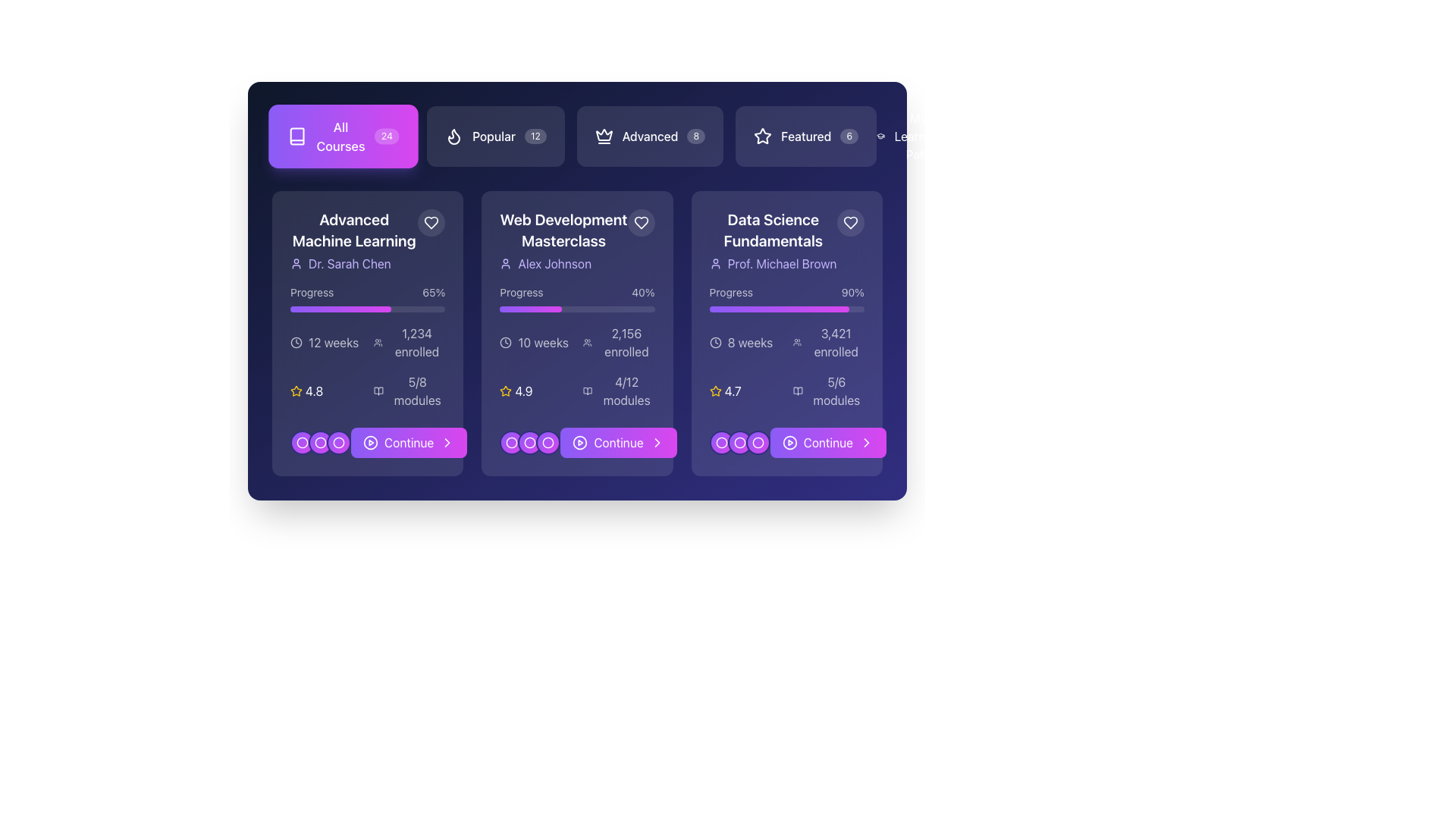 The height and width of the screenshot is (819, 1456). Describe the element at coordinates (447, 442) in the screenshot. I see `the rightward-pointing chevron arrow icon embedded inside the 'Continue' button of the 'Web Development Masterclass' panel` at that location.